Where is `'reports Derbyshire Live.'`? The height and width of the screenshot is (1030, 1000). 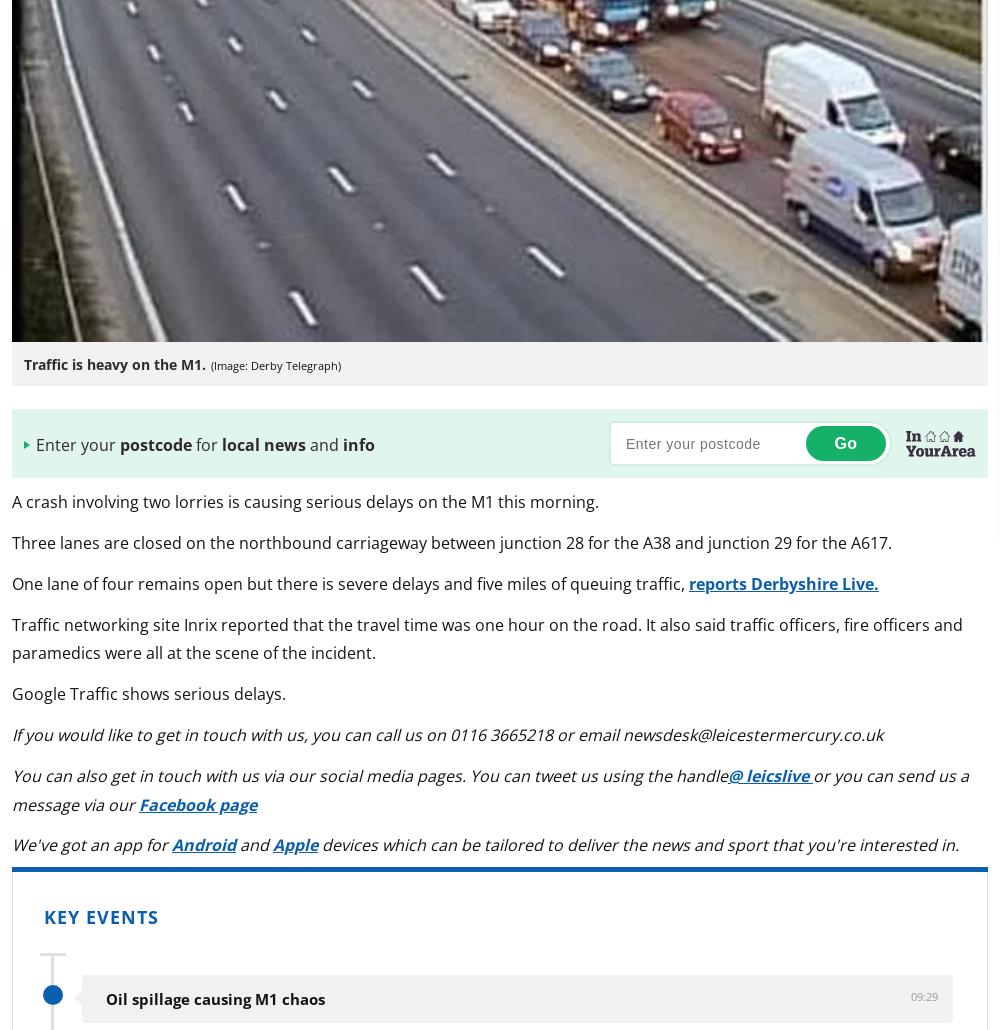
'reports Derbyshire Live.' is located at coordinates (784, 582).